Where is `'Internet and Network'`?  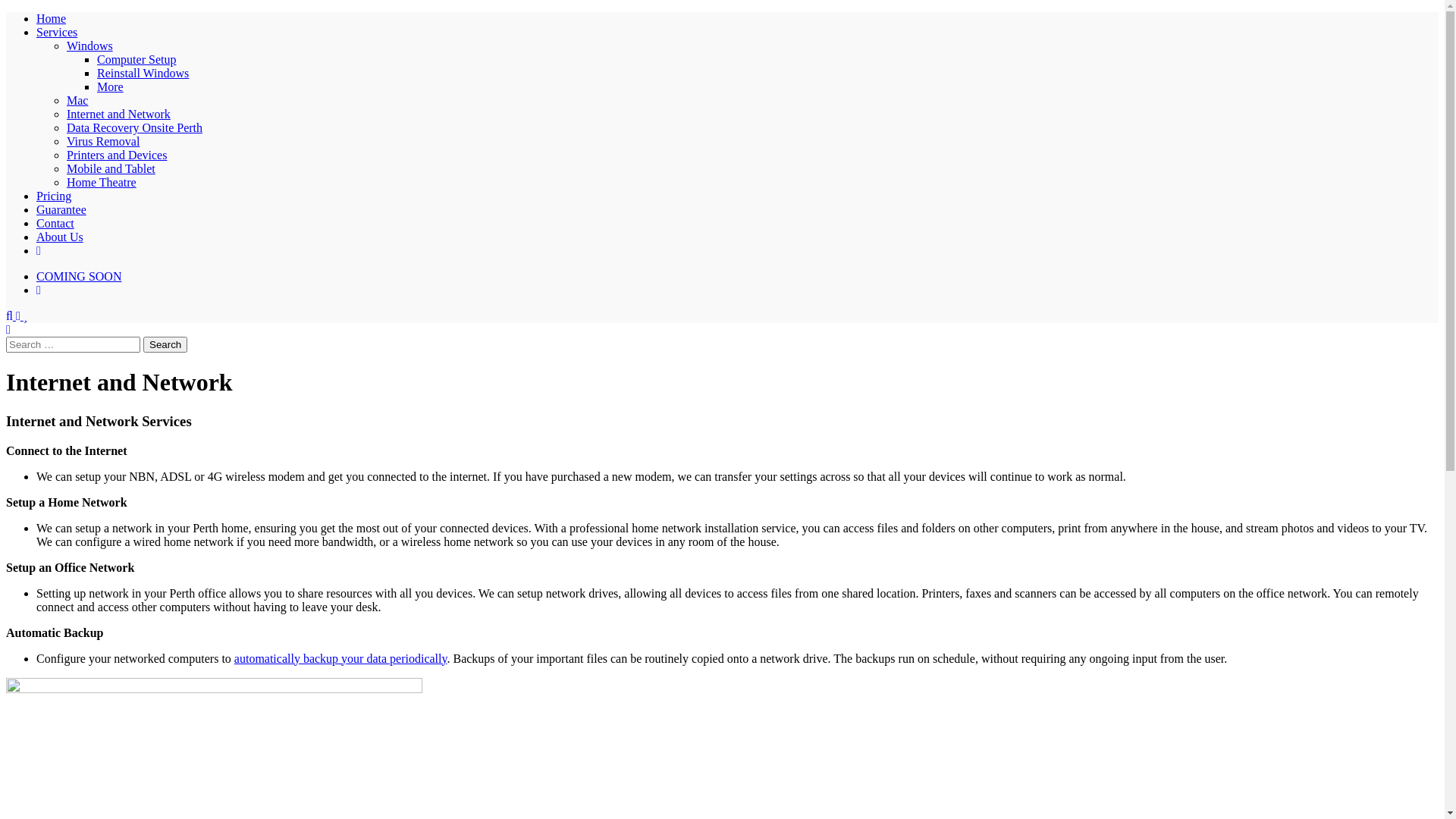
'Internet and Network' is located at coordinates (118, 113).